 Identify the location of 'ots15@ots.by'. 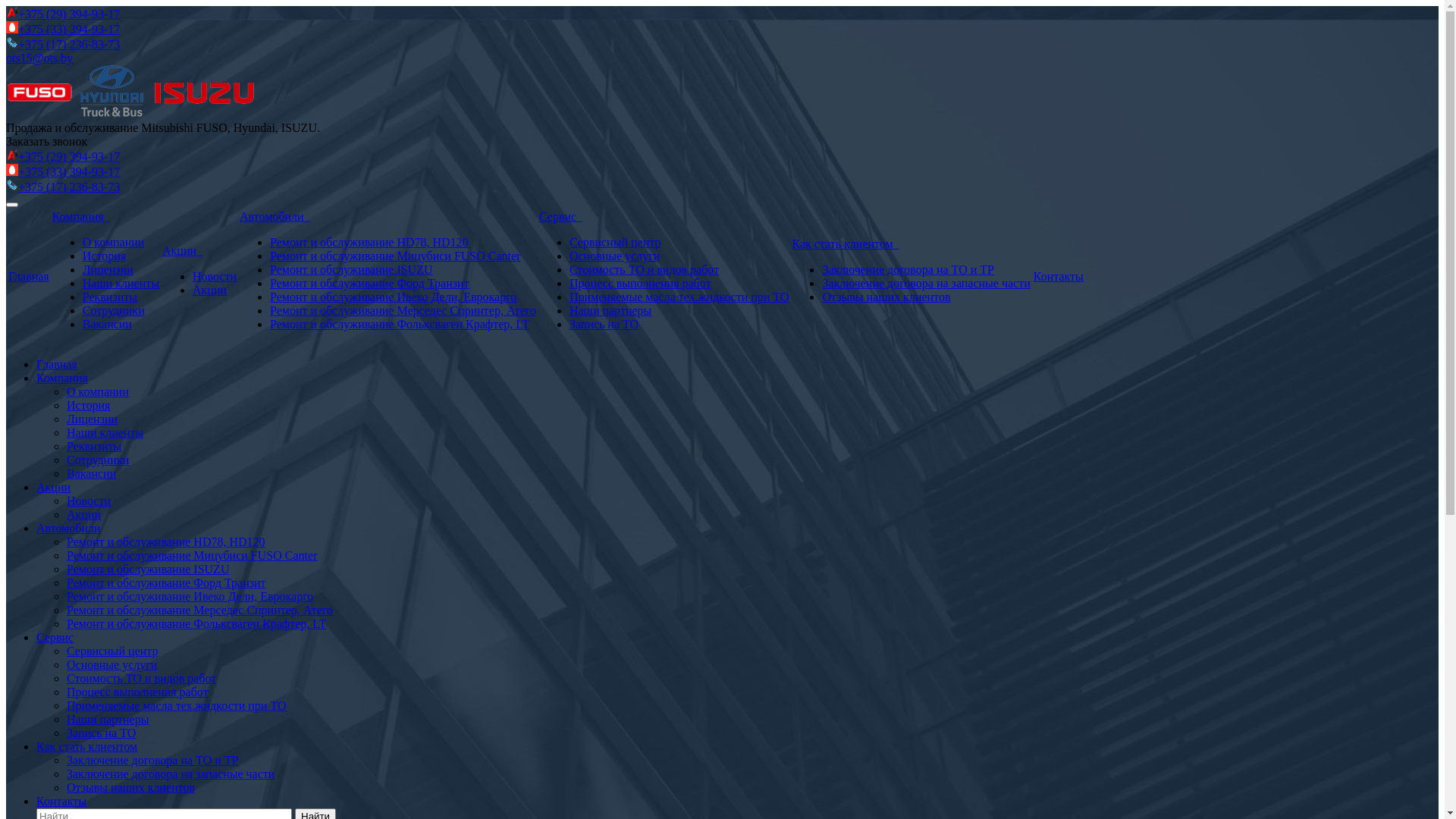
(39, 57).